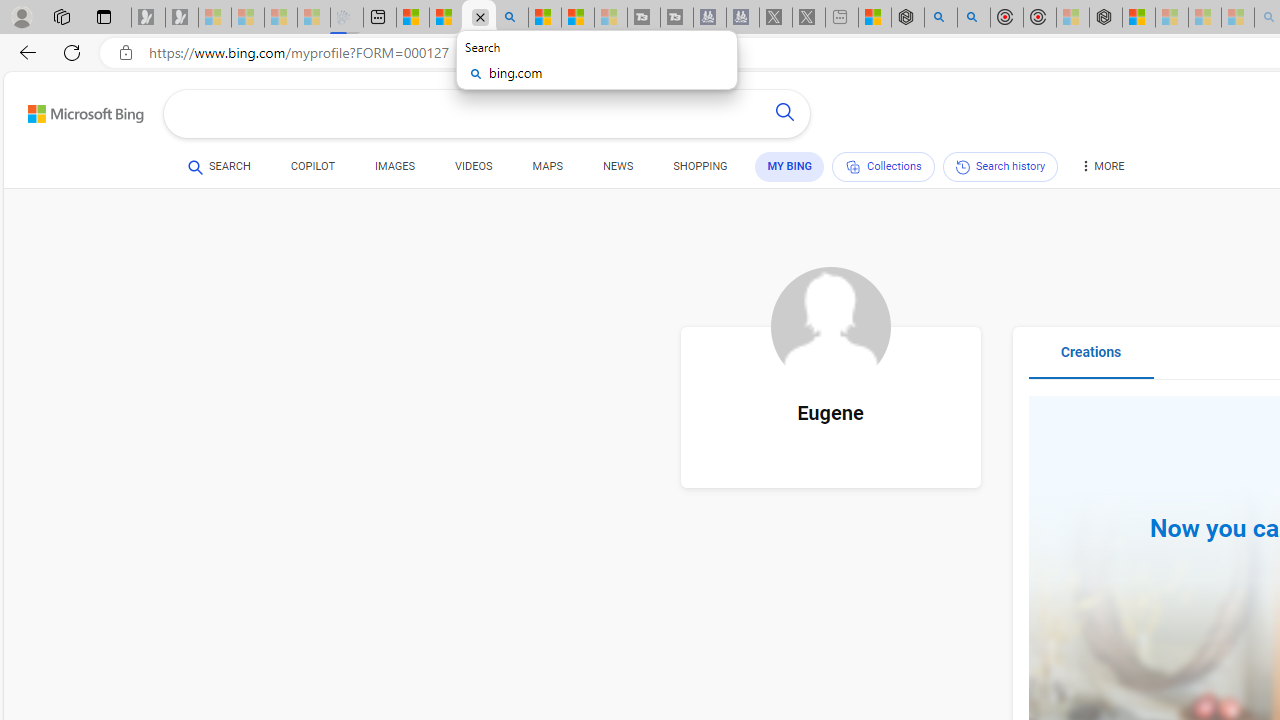 This screenshot has height=720, width=1280. Describe the element at coordinates (808, 17) in the screenshot. I see `'X - Sleeping'` at that location.